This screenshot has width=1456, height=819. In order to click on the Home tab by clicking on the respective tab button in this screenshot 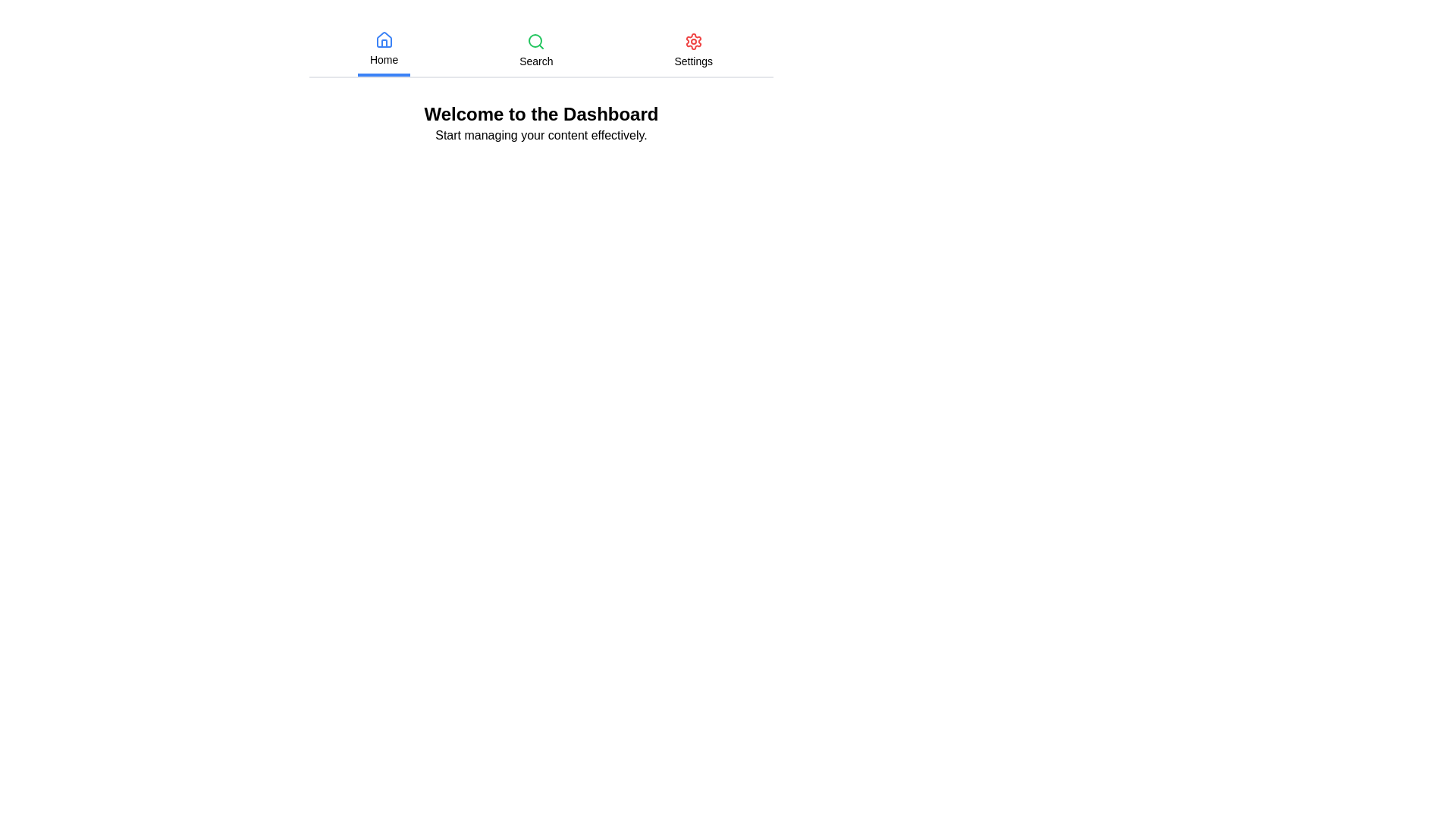, I will do `click(384, 49)`.